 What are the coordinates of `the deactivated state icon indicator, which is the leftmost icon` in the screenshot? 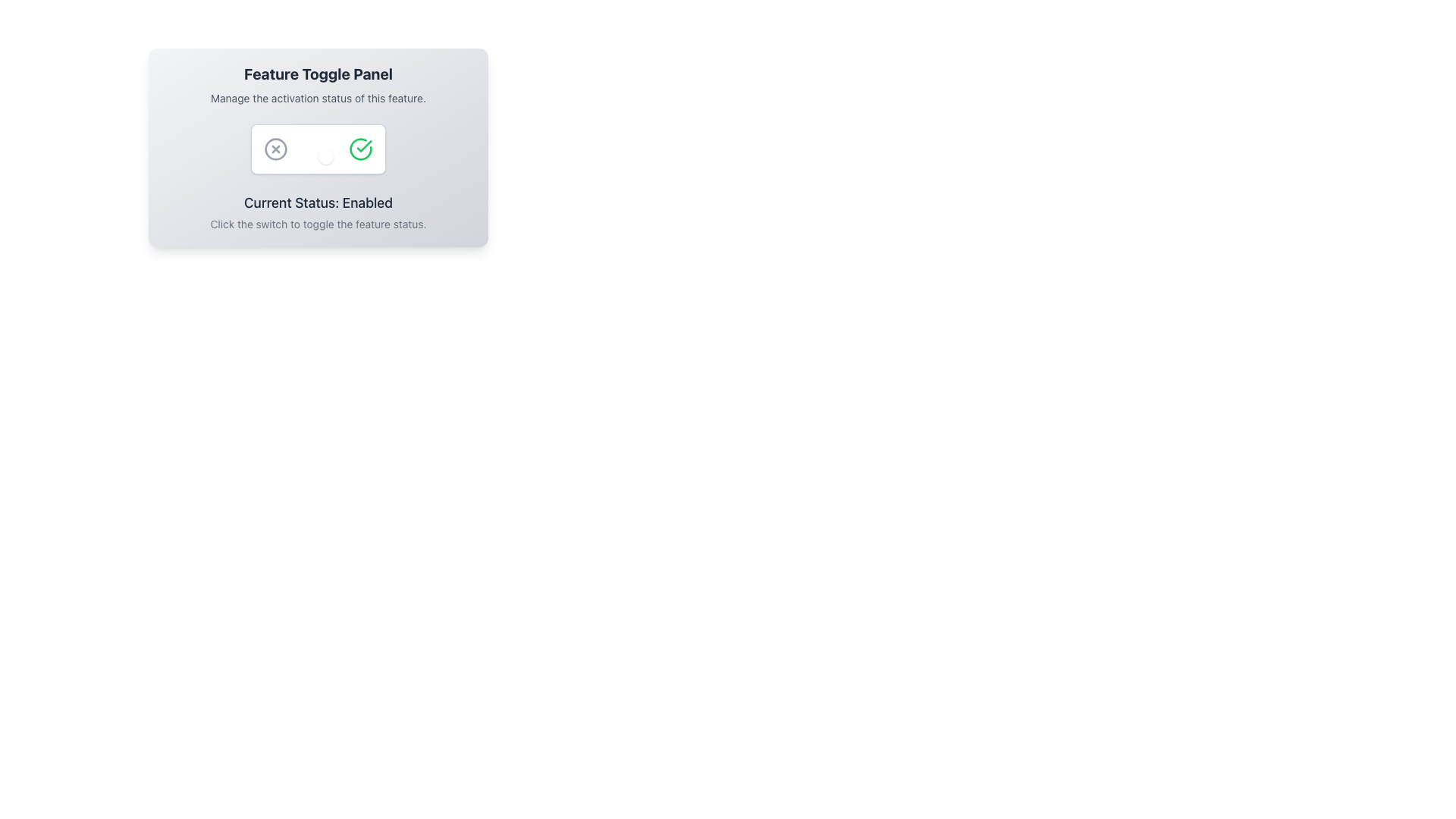 It's located at (276, 149).